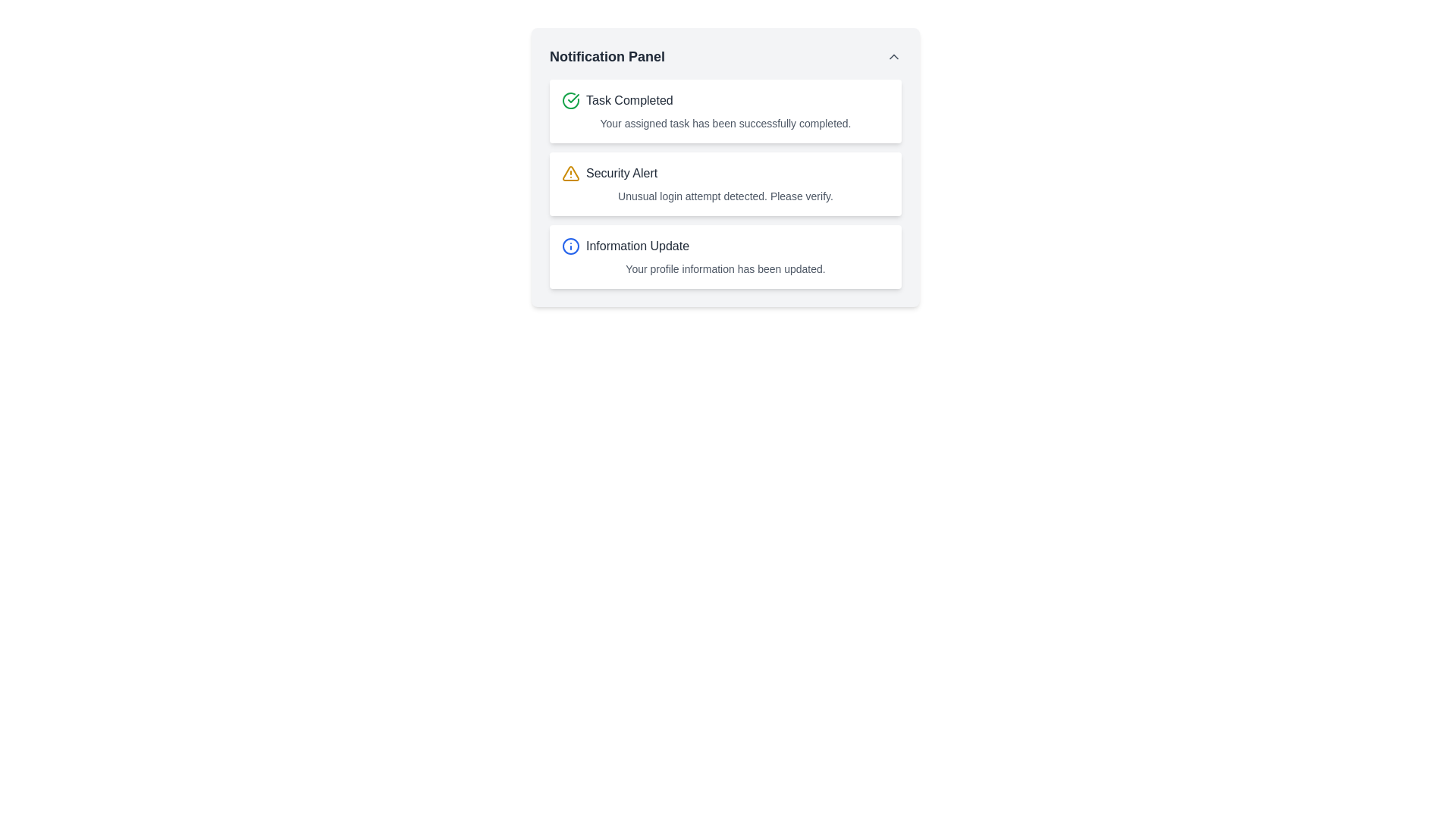 The image size is (1456, 819). I want to click on message from the Notification card, which is the first in the vertical list of notifications in the Notification Panel, located above the Security Alert notification, so click(724, 110).